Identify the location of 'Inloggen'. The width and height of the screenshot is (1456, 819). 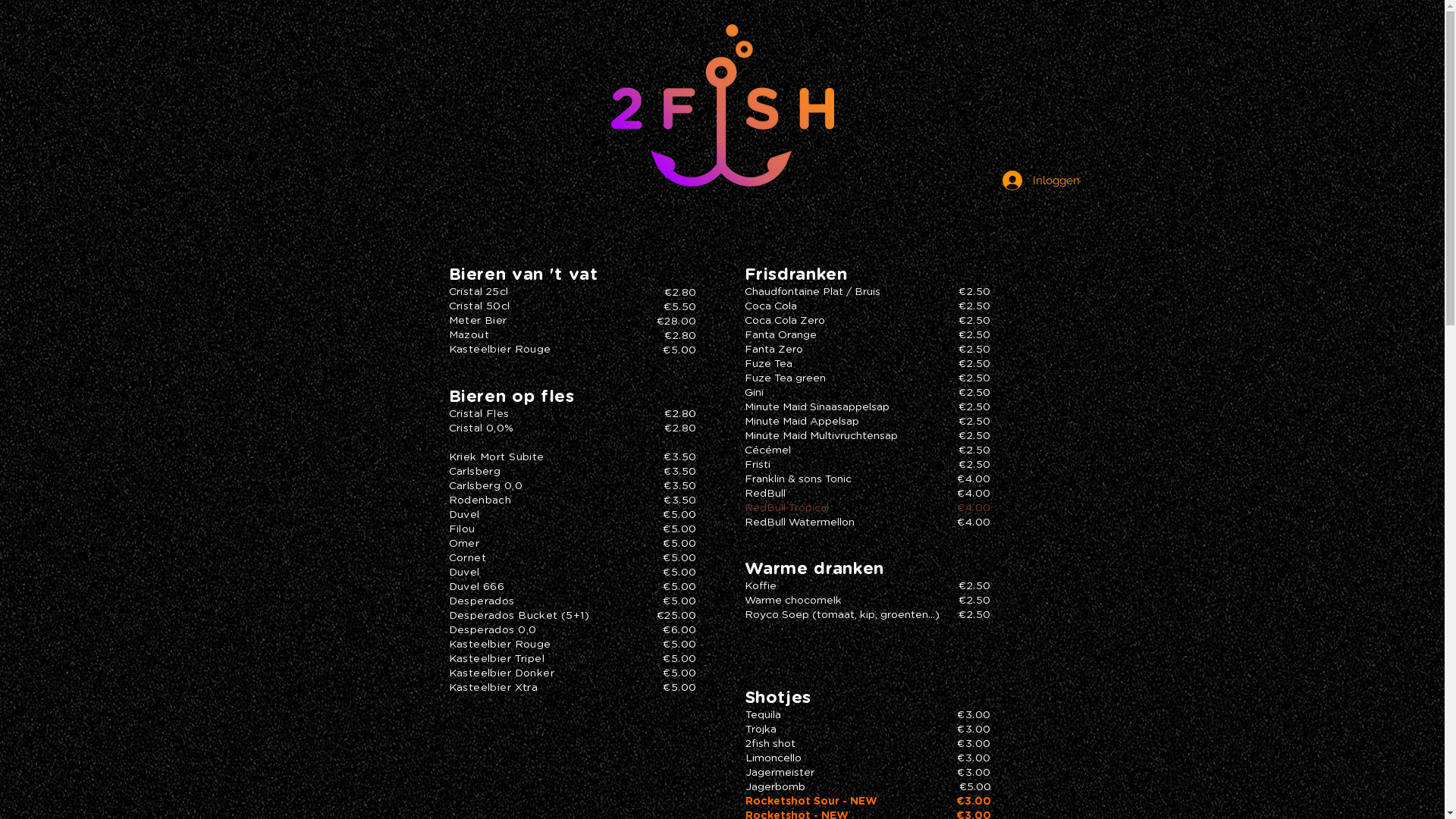
(1037, 180).